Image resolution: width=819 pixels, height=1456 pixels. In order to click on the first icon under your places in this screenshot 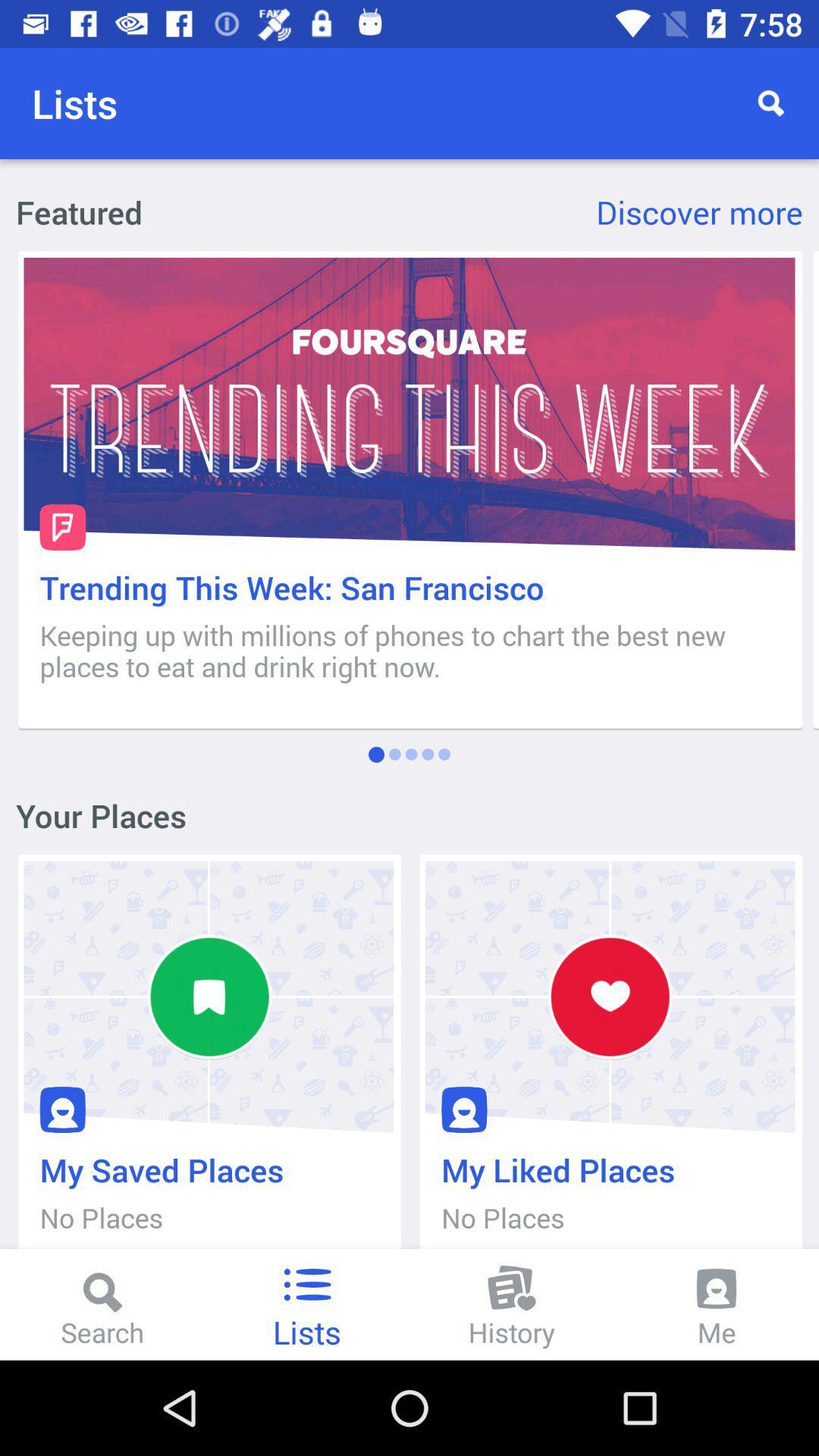, I will do `click(208, 997)`.